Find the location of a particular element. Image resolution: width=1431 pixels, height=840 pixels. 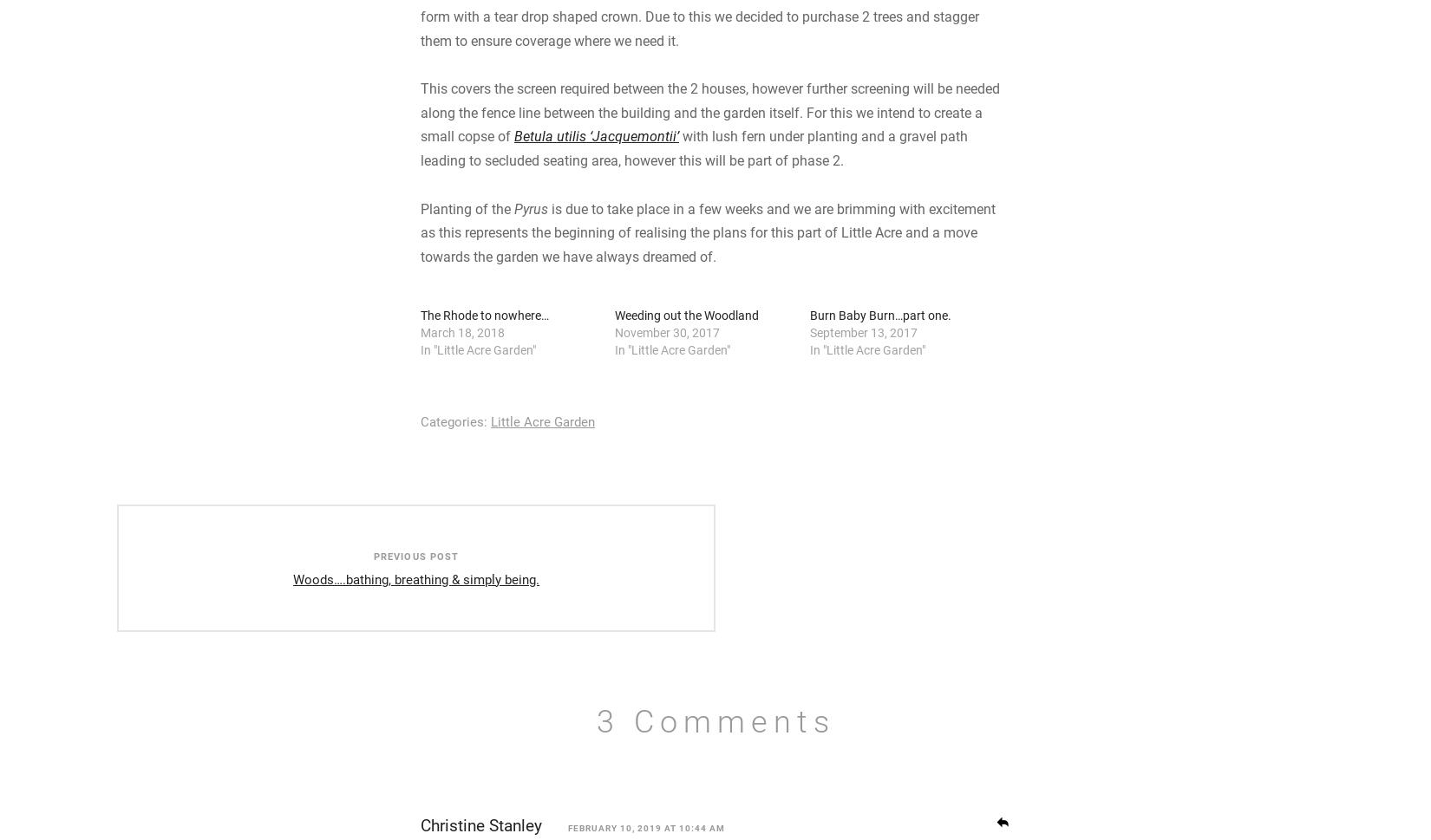

'with lush fern under planting and a gravel path leading to secluded seating area, however this will be part of phase 2.' is located at coordinates (693, 289).